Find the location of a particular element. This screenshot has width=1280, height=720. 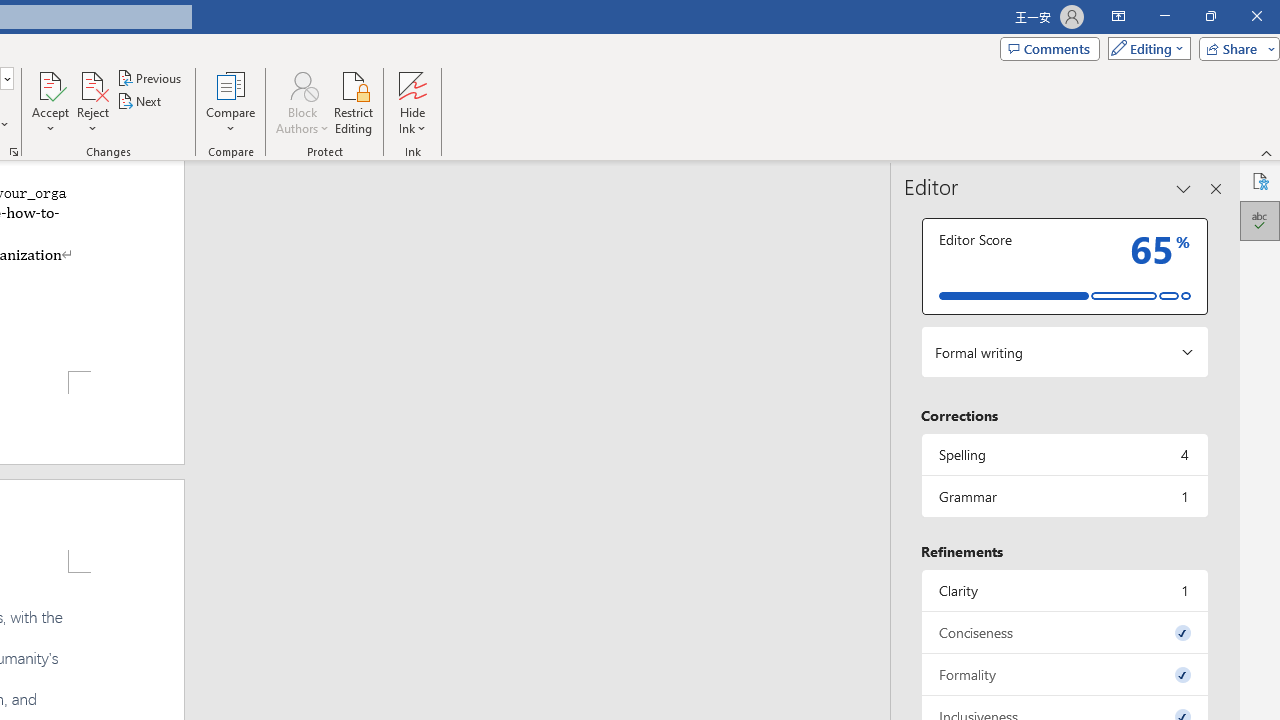

'Accept' is located at coordinates (50, 103).